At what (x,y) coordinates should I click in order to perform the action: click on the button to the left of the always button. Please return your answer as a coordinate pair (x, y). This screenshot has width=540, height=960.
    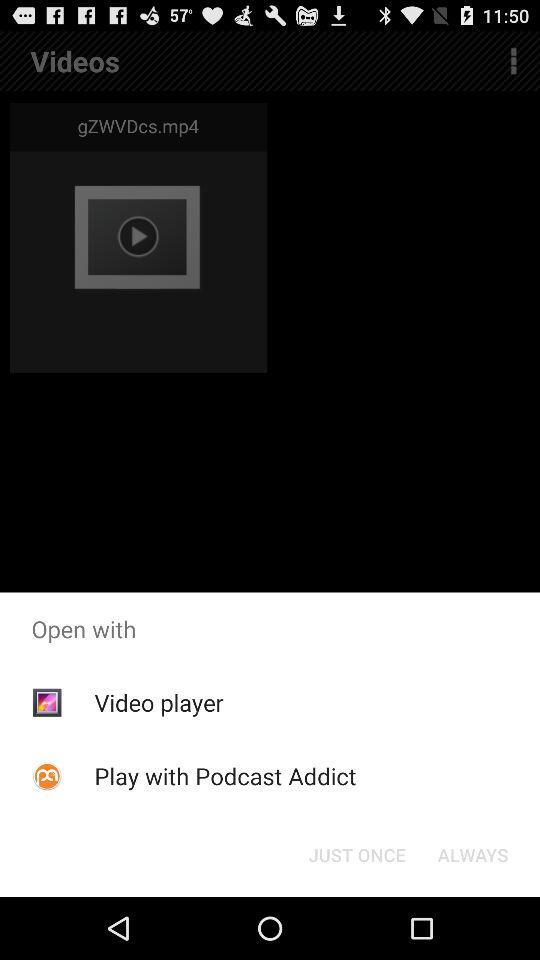
    Looking at the image, I should click on (356, 853).